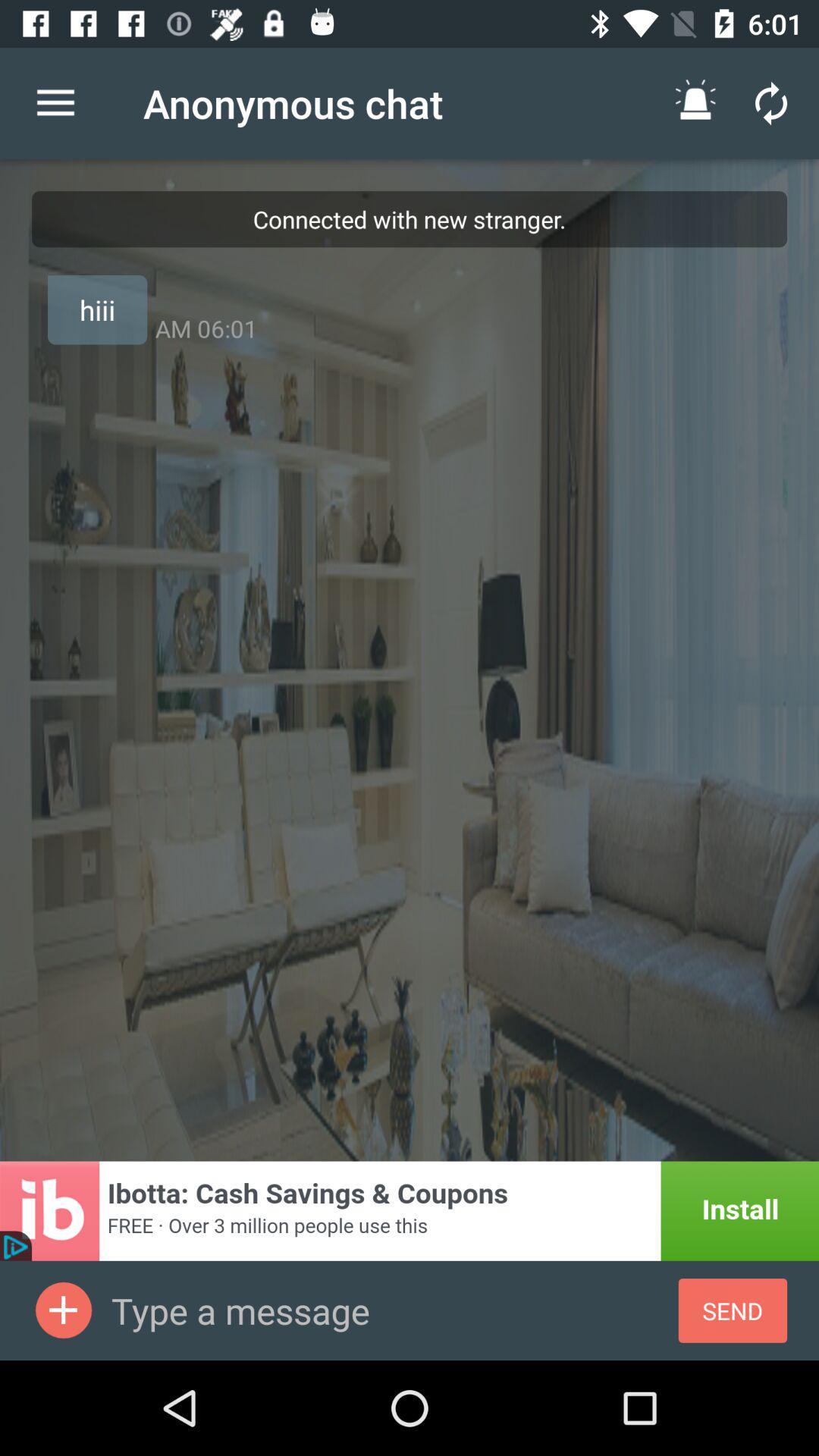 This screenshot has width=819, height=1456. I want to click on the images, so click(63, 1310).